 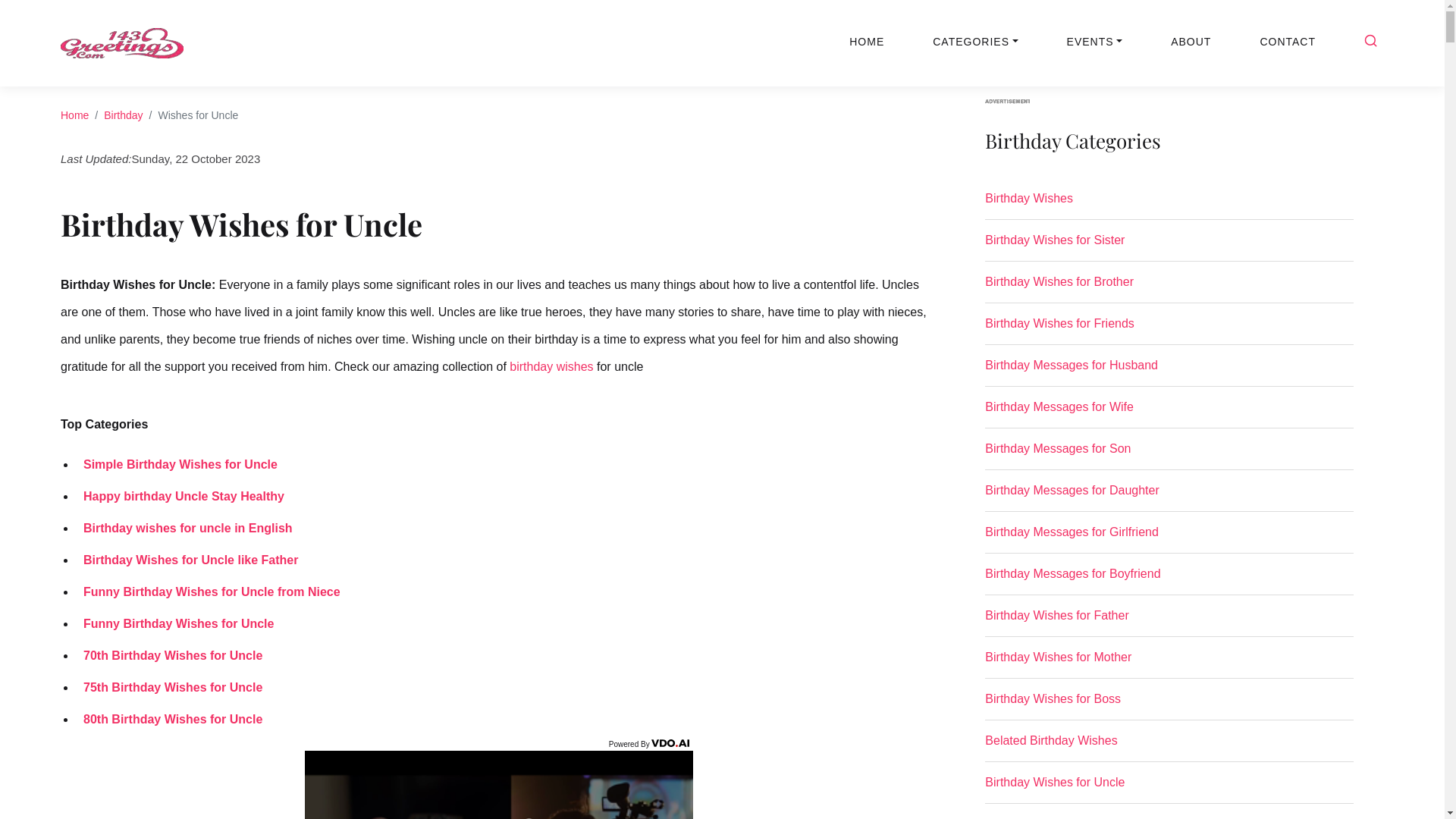 I want to click on 'CATEGORIES', so click(x=975, y=41).